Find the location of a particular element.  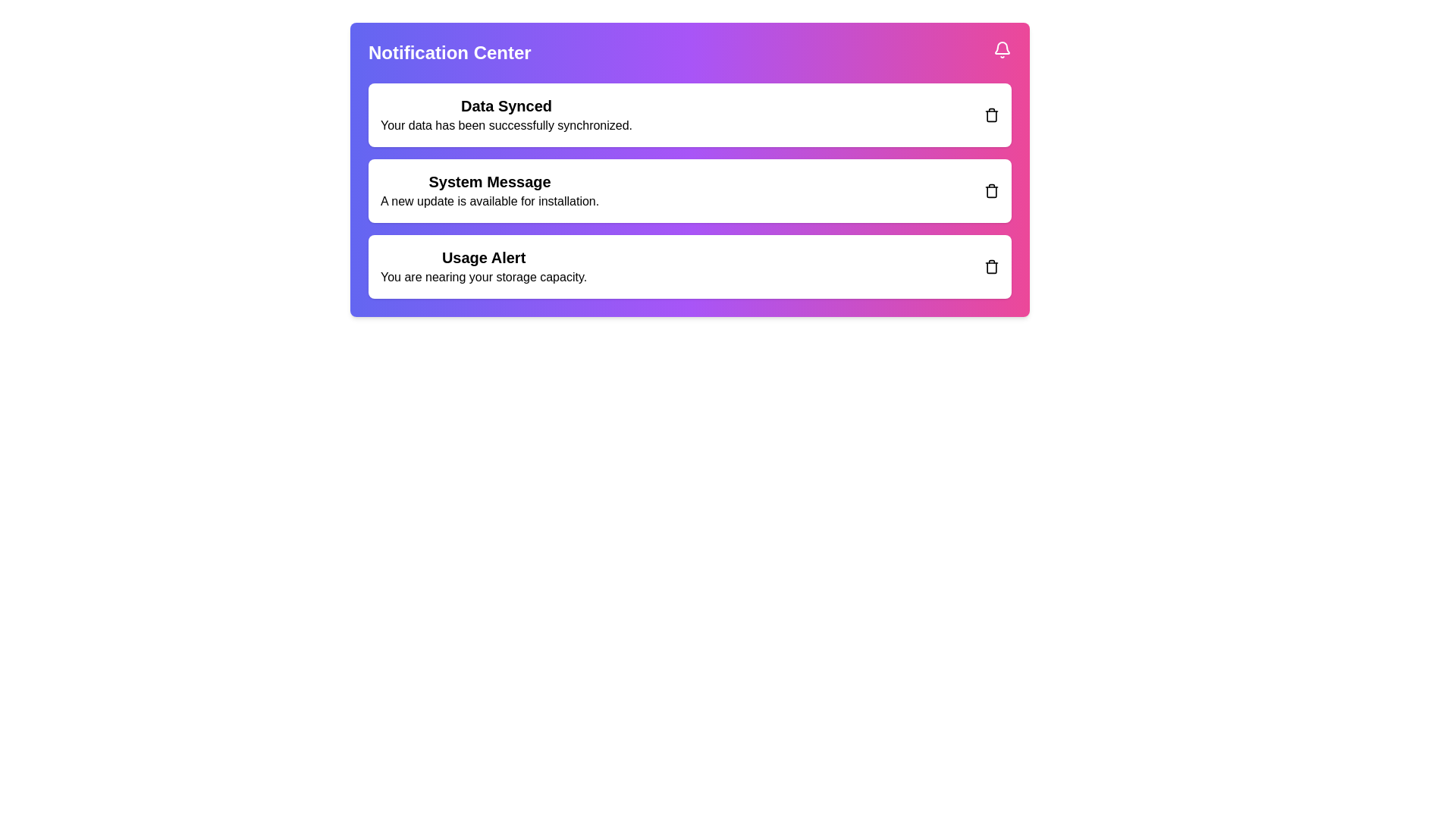

the notification bell icon located to the right of the 'Notification Center' header, which has a minimalist outline design is located at coordinates (1002, 49).